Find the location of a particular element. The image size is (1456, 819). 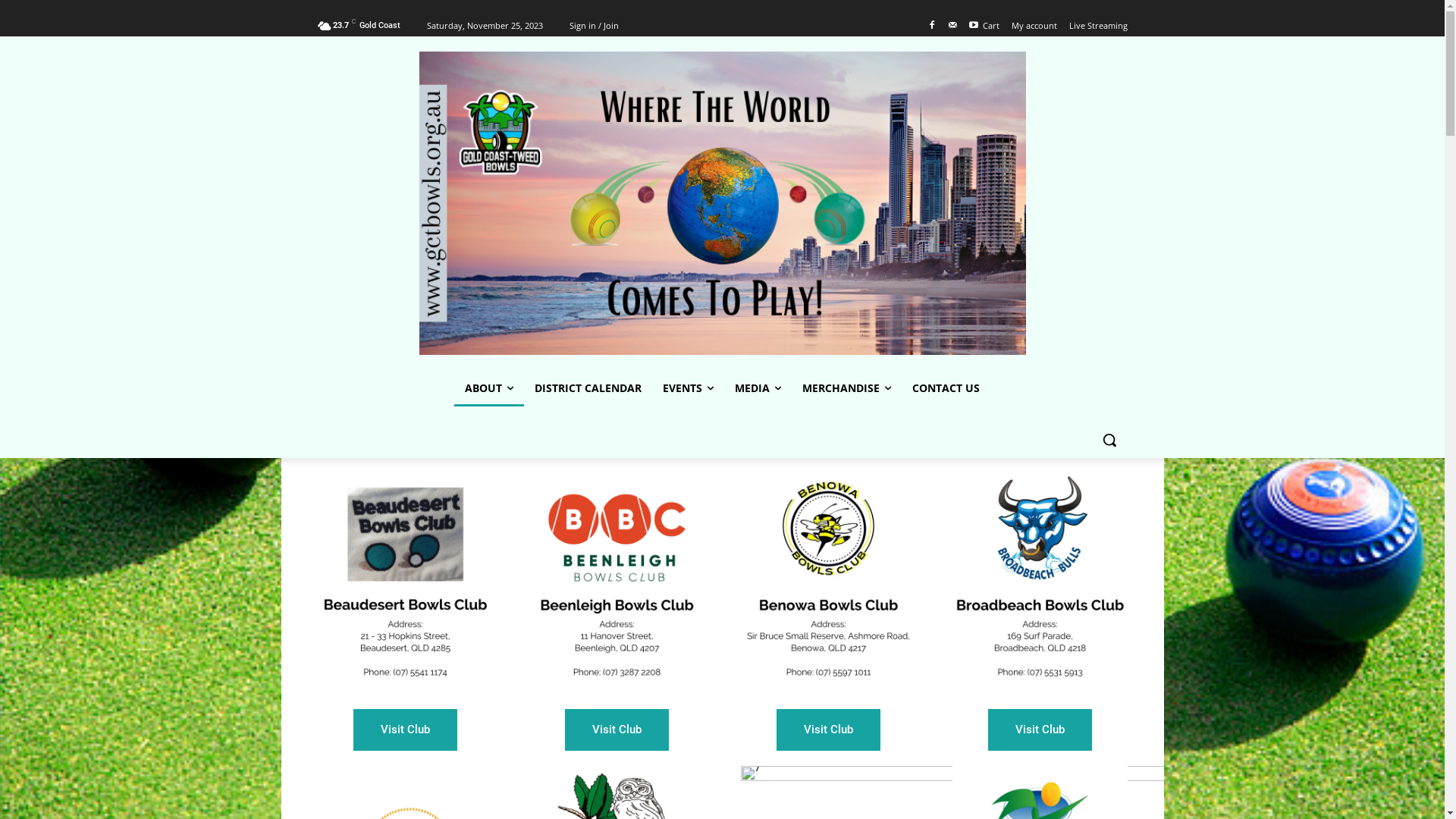

'Cart' is located at coordinates (990, 26).